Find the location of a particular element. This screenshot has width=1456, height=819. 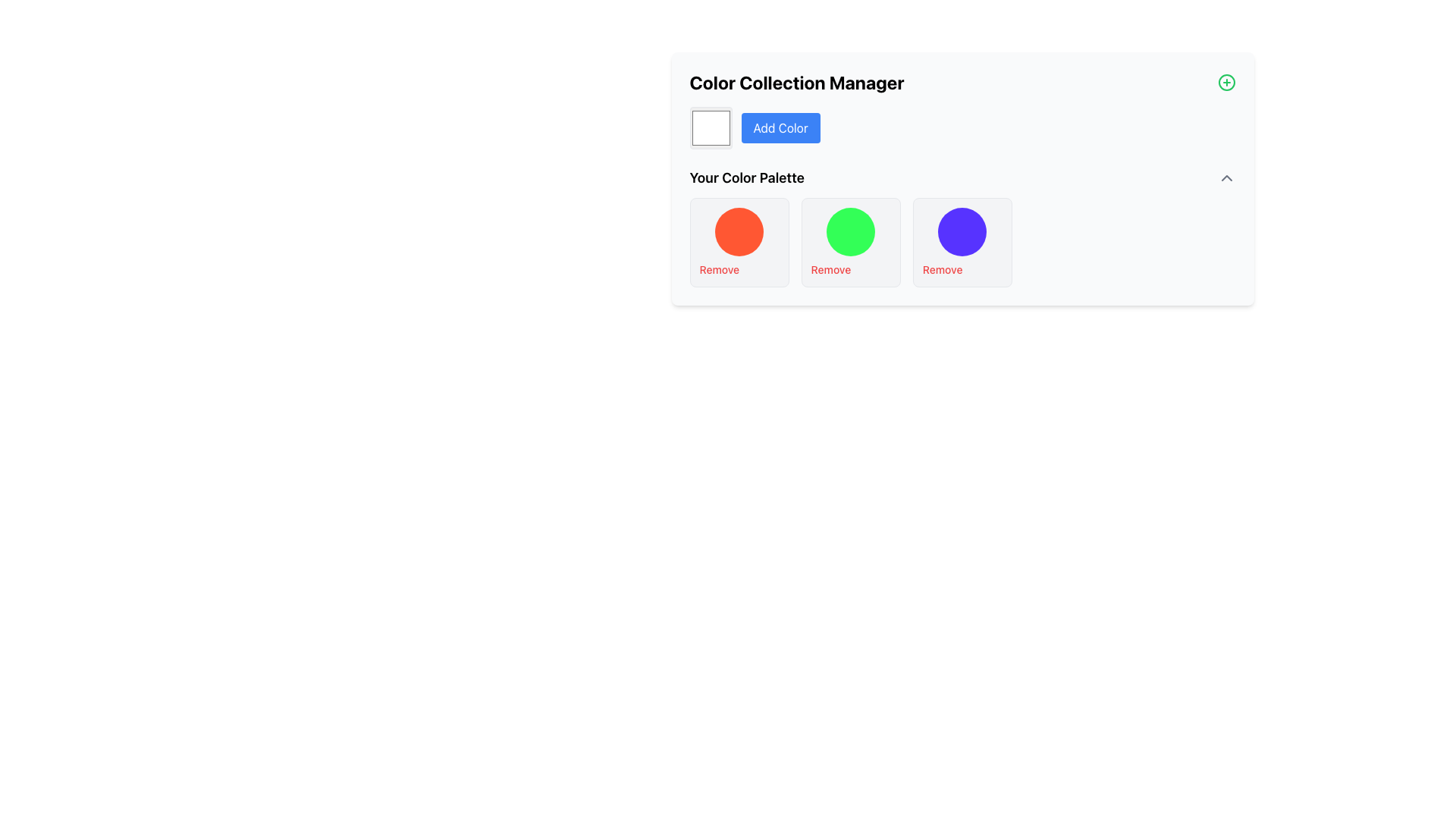

the interactive button located to the far right of the title 'Your Color Palette' is located at coordinates (1226, 177).